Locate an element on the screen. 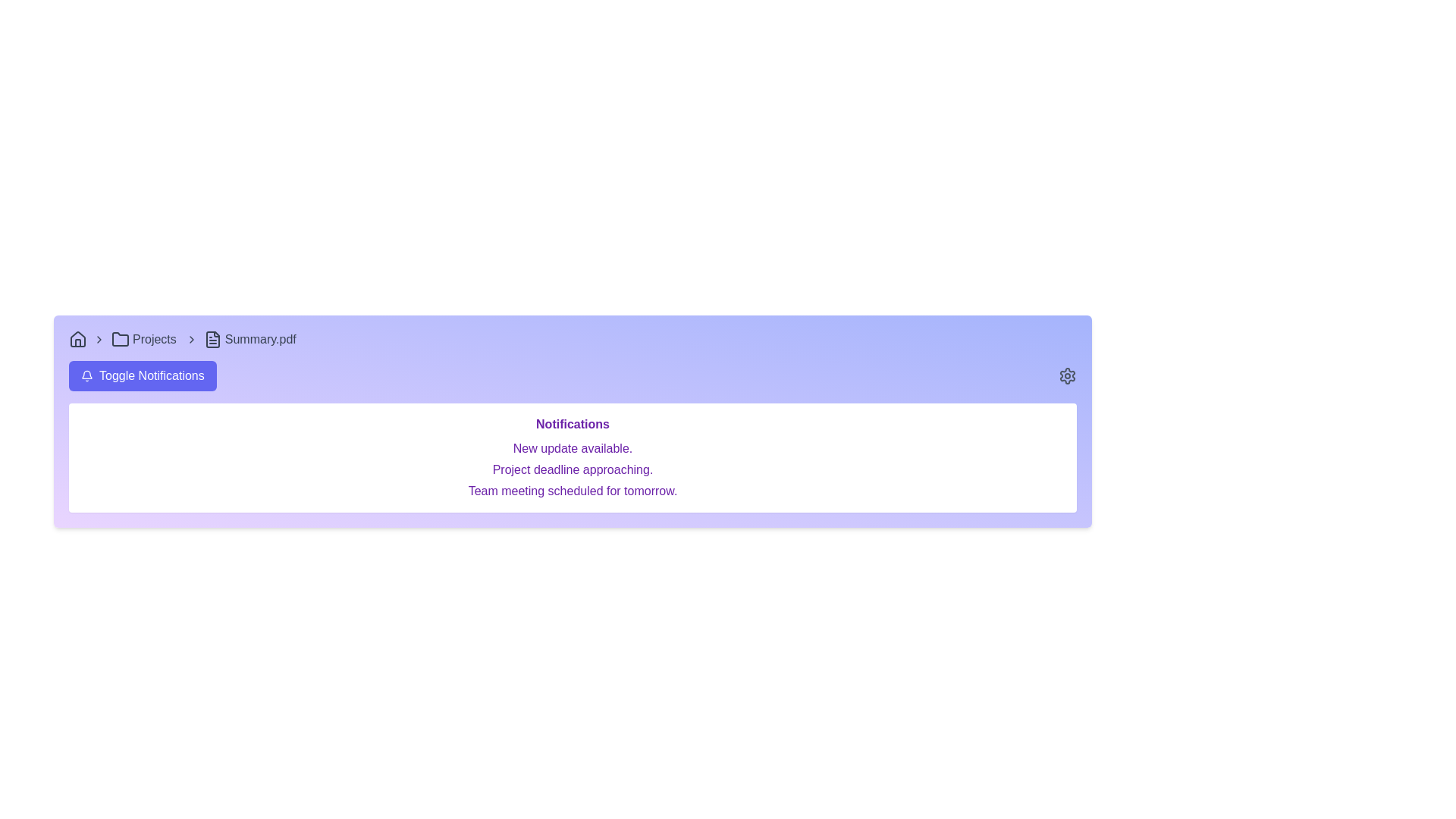  the 'Notifications' static text label, which is styled in bold purple font and positioned above the notification messages is located at coordinates (572, 424).